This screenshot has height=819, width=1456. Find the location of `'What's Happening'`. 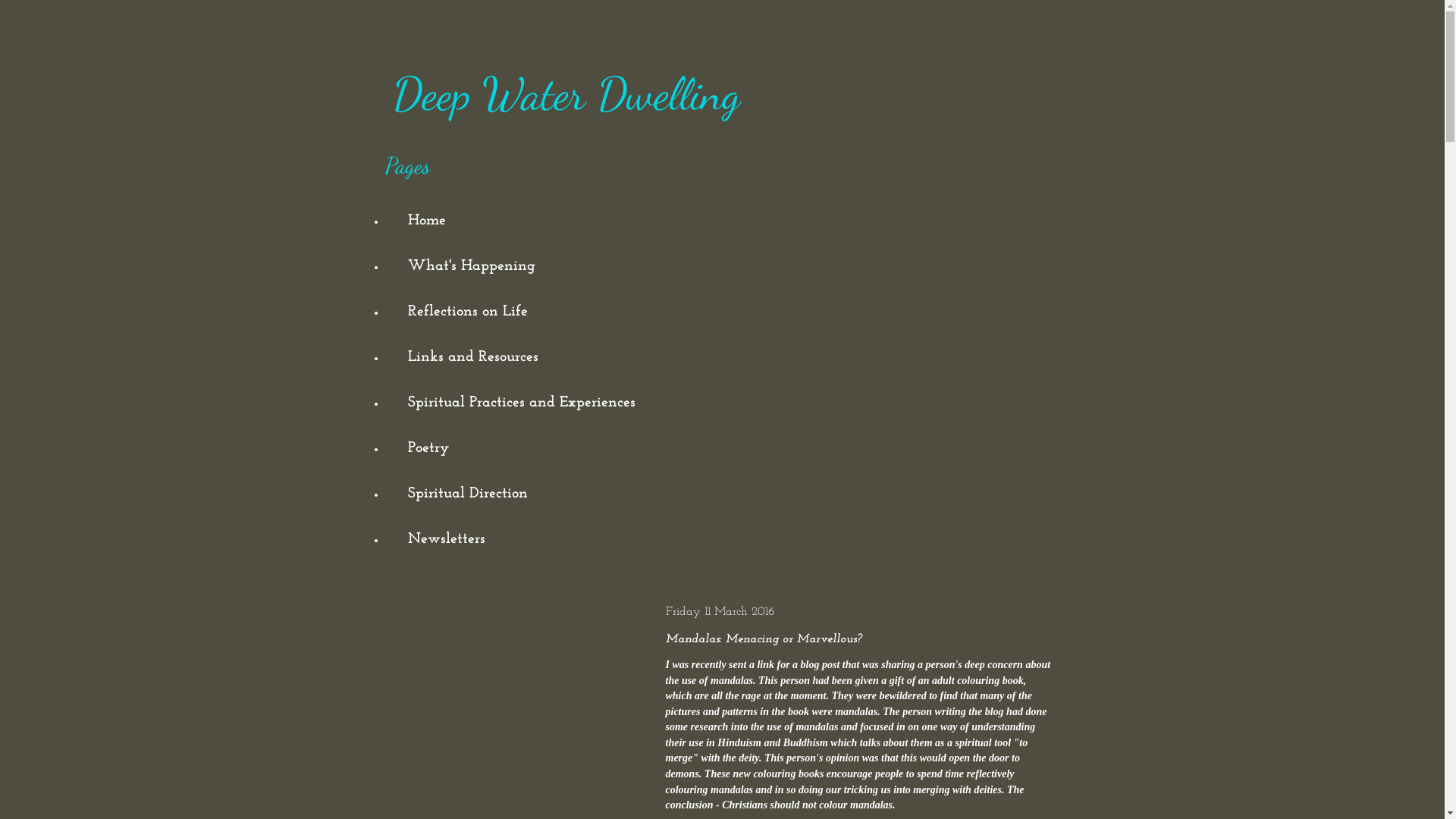

'What's Happening' is located at coordinates (471, 265).